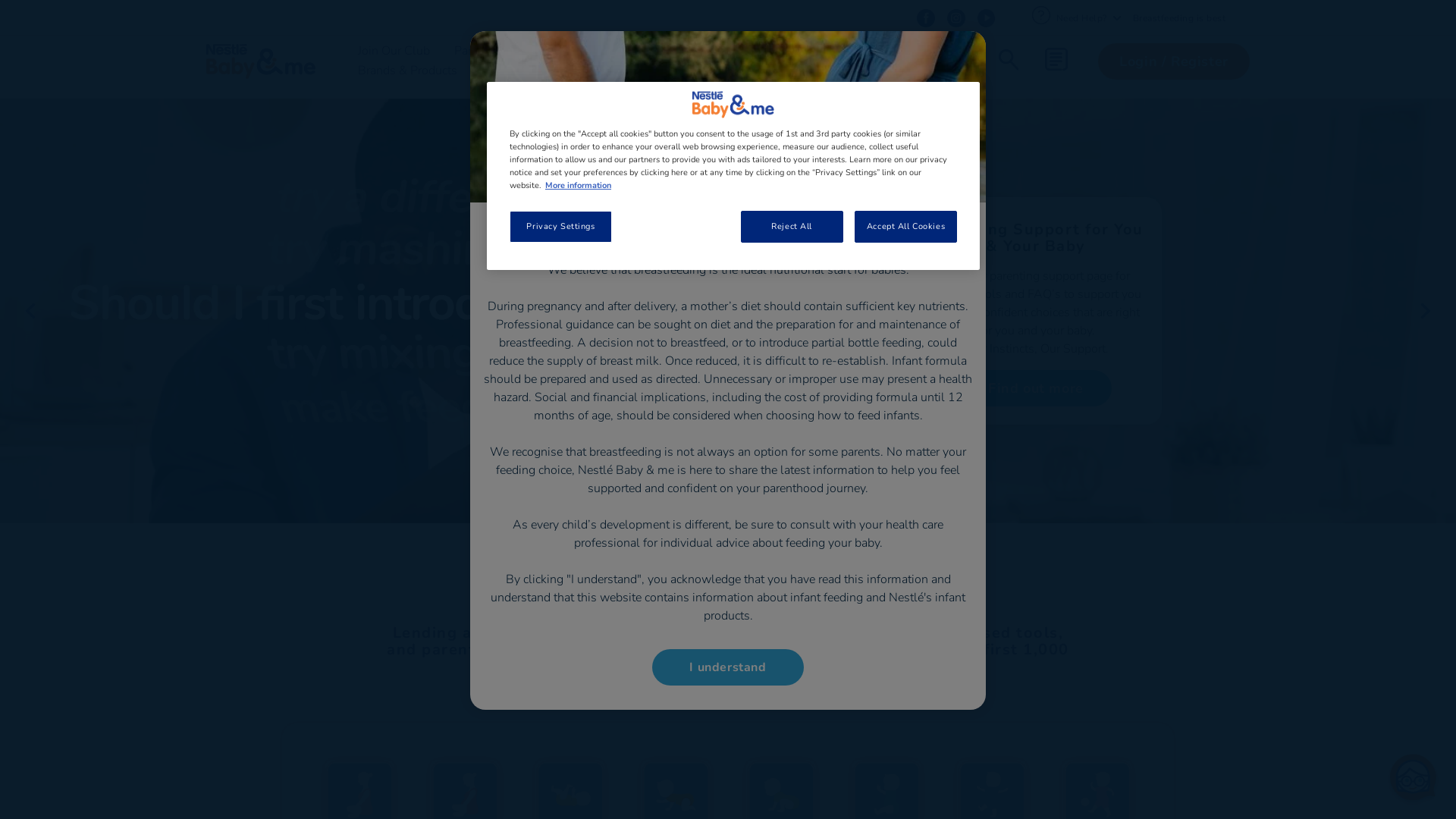 The width and height of the screenshot is (1456, 819). I want to click on '5', so click(752, 547).